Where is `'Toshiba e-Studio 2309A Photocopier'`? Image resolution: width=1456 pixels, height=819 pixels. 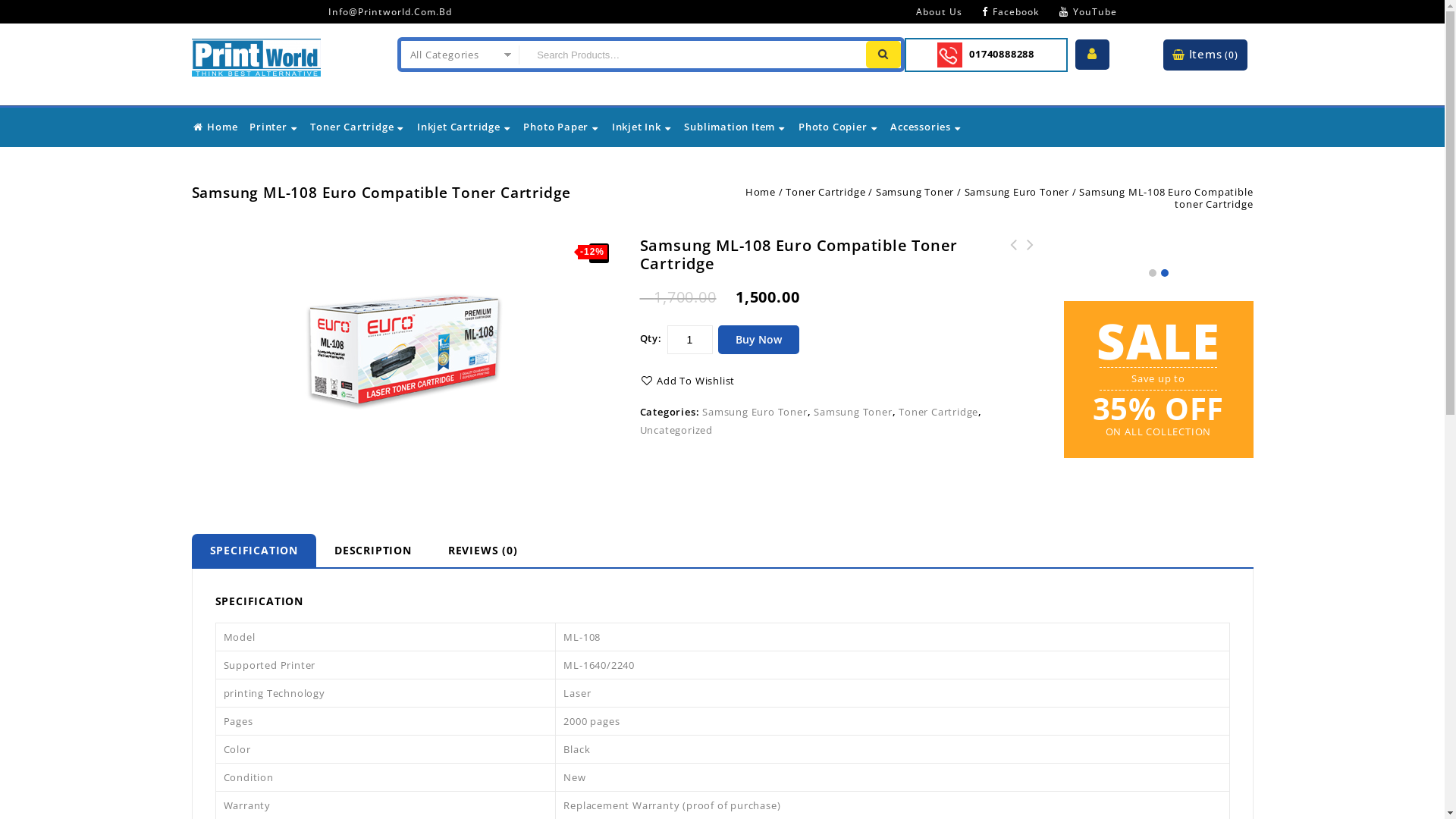
'Toshiba e-Studio 2309A Photocopier' is located at coordinates (1030, 262).